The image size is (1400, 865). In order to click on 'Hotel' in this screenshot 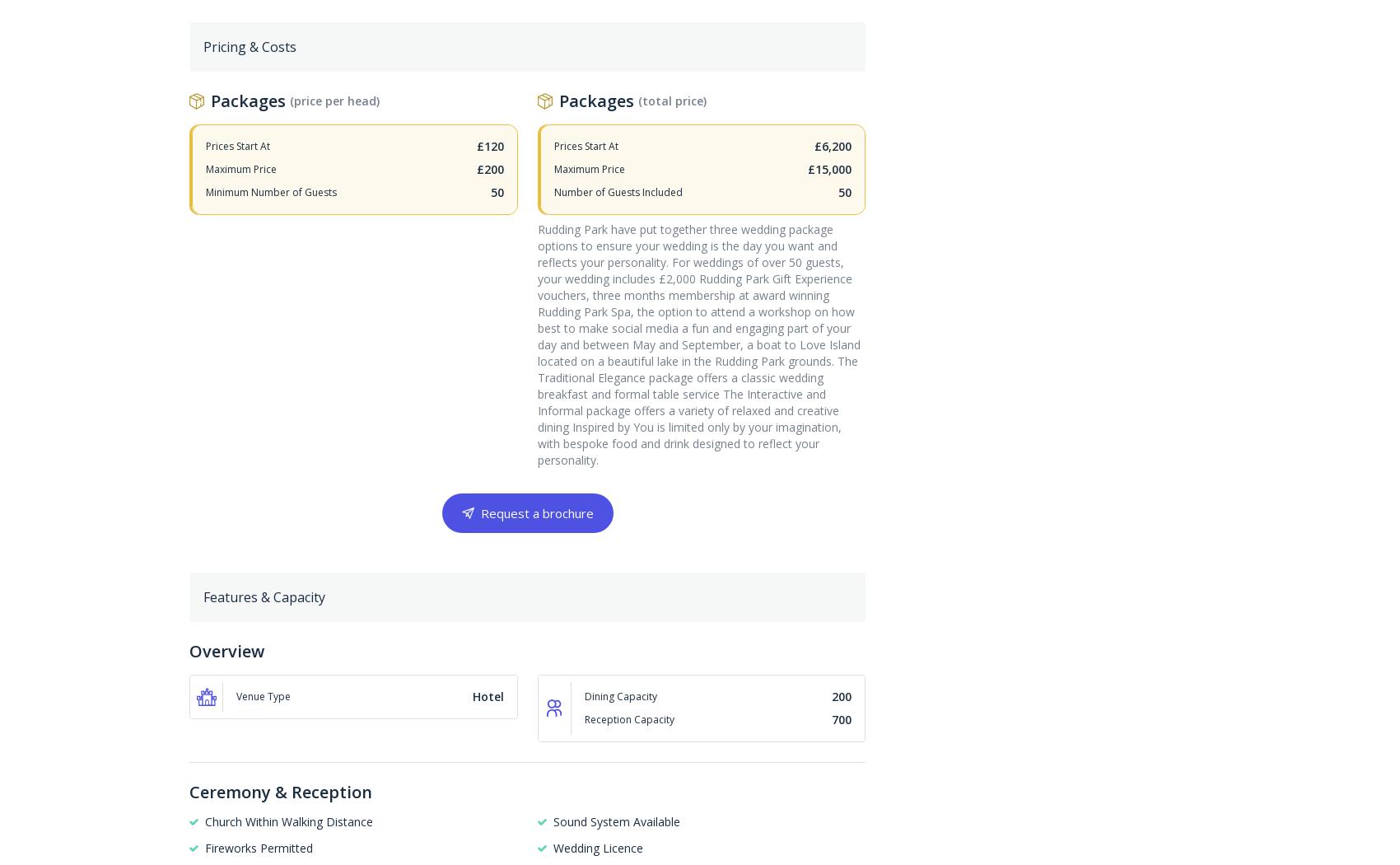, I will do `click(486, 695)`.